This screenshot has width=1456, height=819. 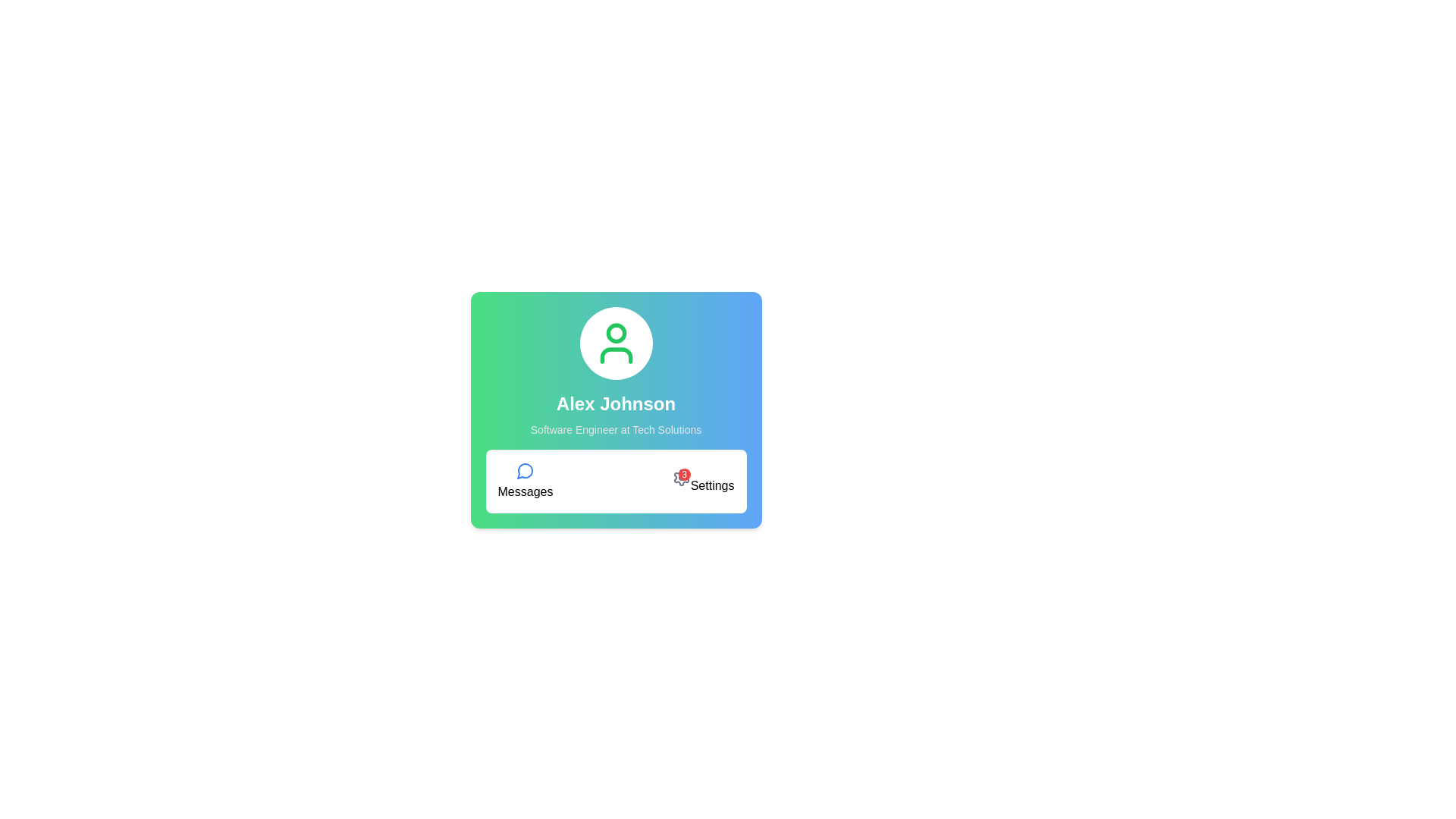 What do you see at coordinates (525, 482) in the screenshot?
I see `the button located on the left side of the horizontal layout, next to the 'Settings' section` at bounding box center [525, 482].